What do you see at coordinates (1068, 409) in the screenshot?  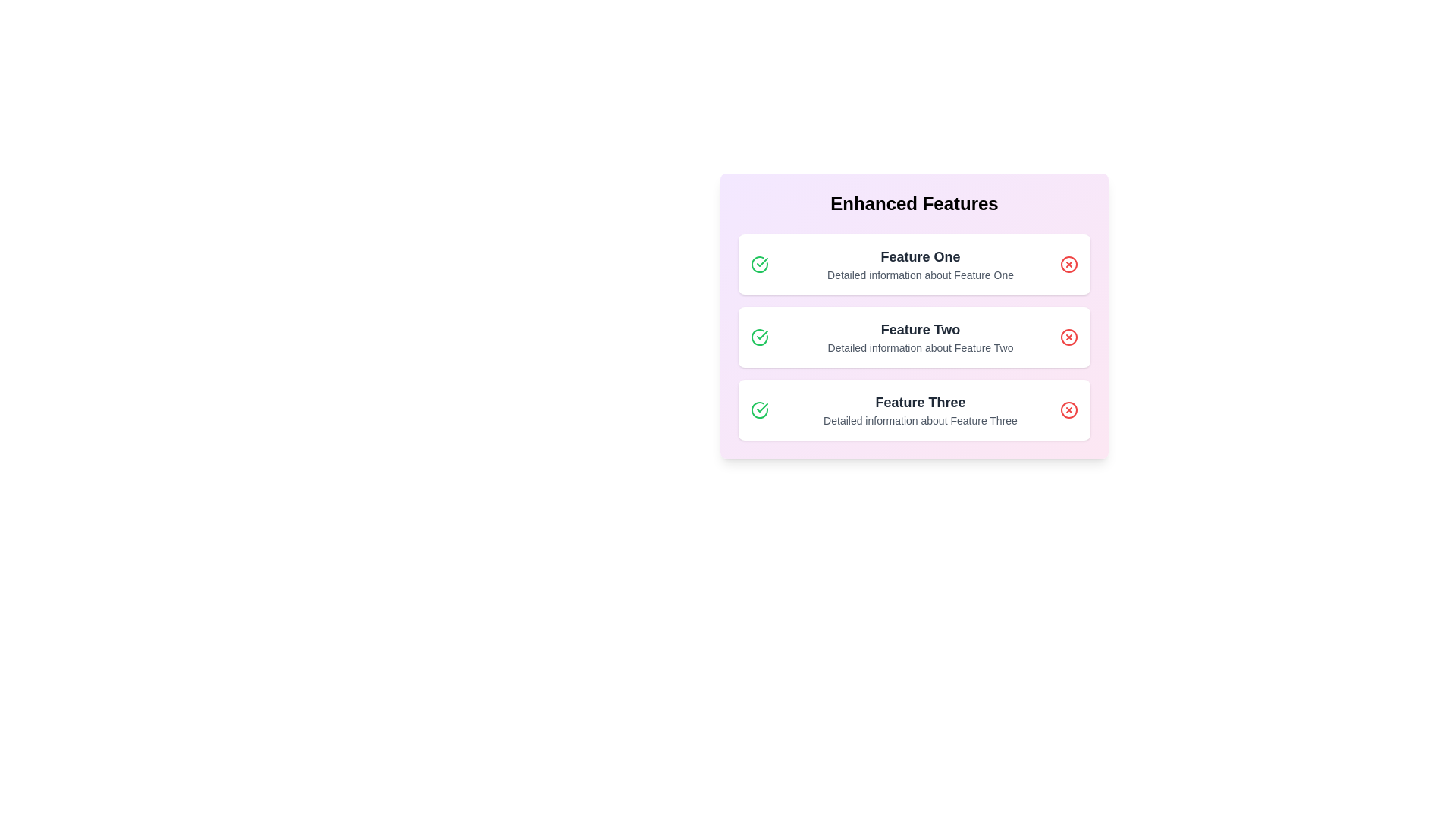 I see `the remove button for the feature identified by Feature Three` at bounding box center [1068, 409].